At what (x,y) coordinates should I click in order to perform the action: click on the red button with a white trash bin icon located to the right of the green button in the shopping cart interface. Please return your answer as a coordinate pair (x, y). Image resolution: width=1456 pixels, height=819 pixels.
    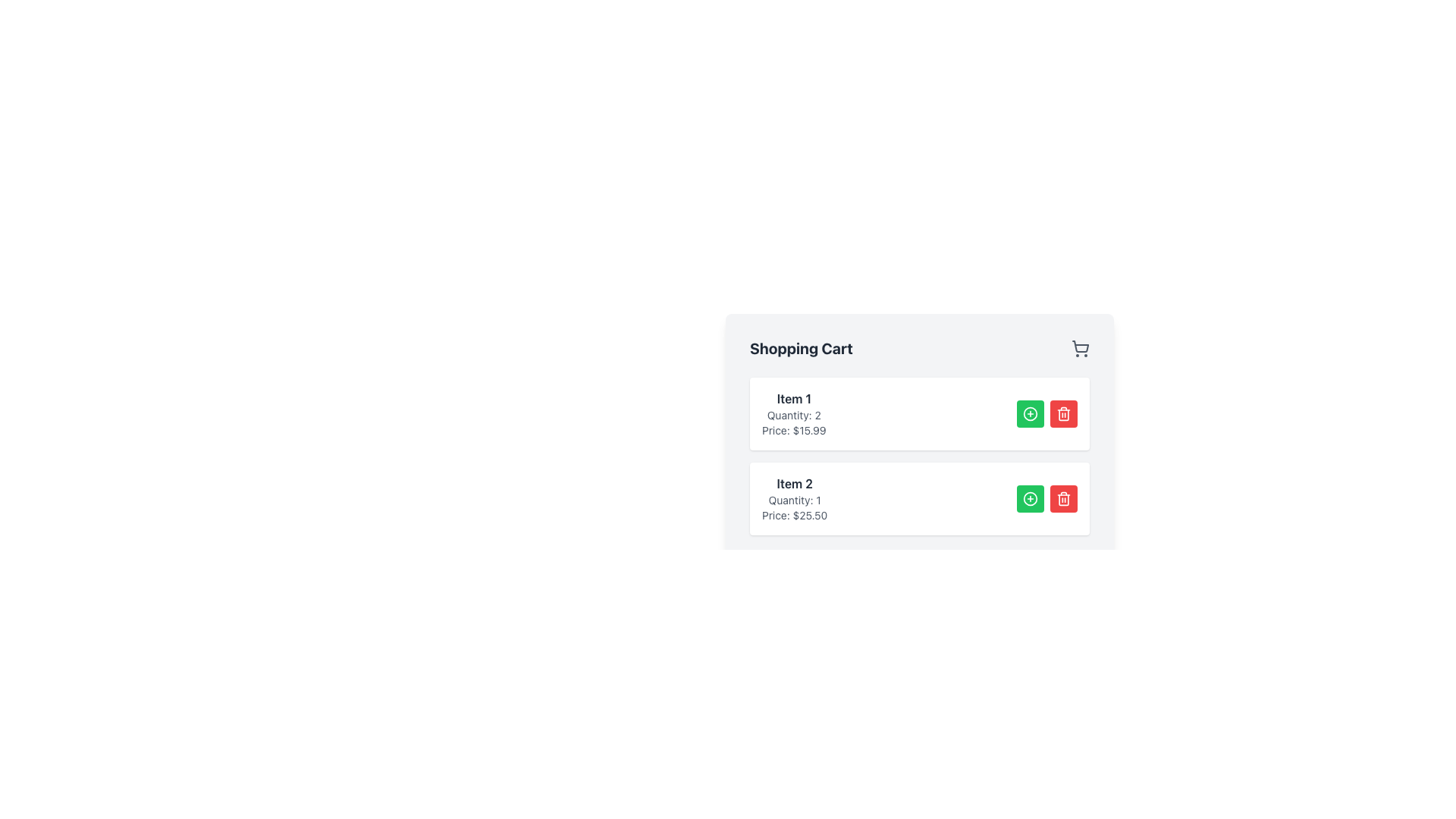
    Looking at the image, I should click on (1062, 499).